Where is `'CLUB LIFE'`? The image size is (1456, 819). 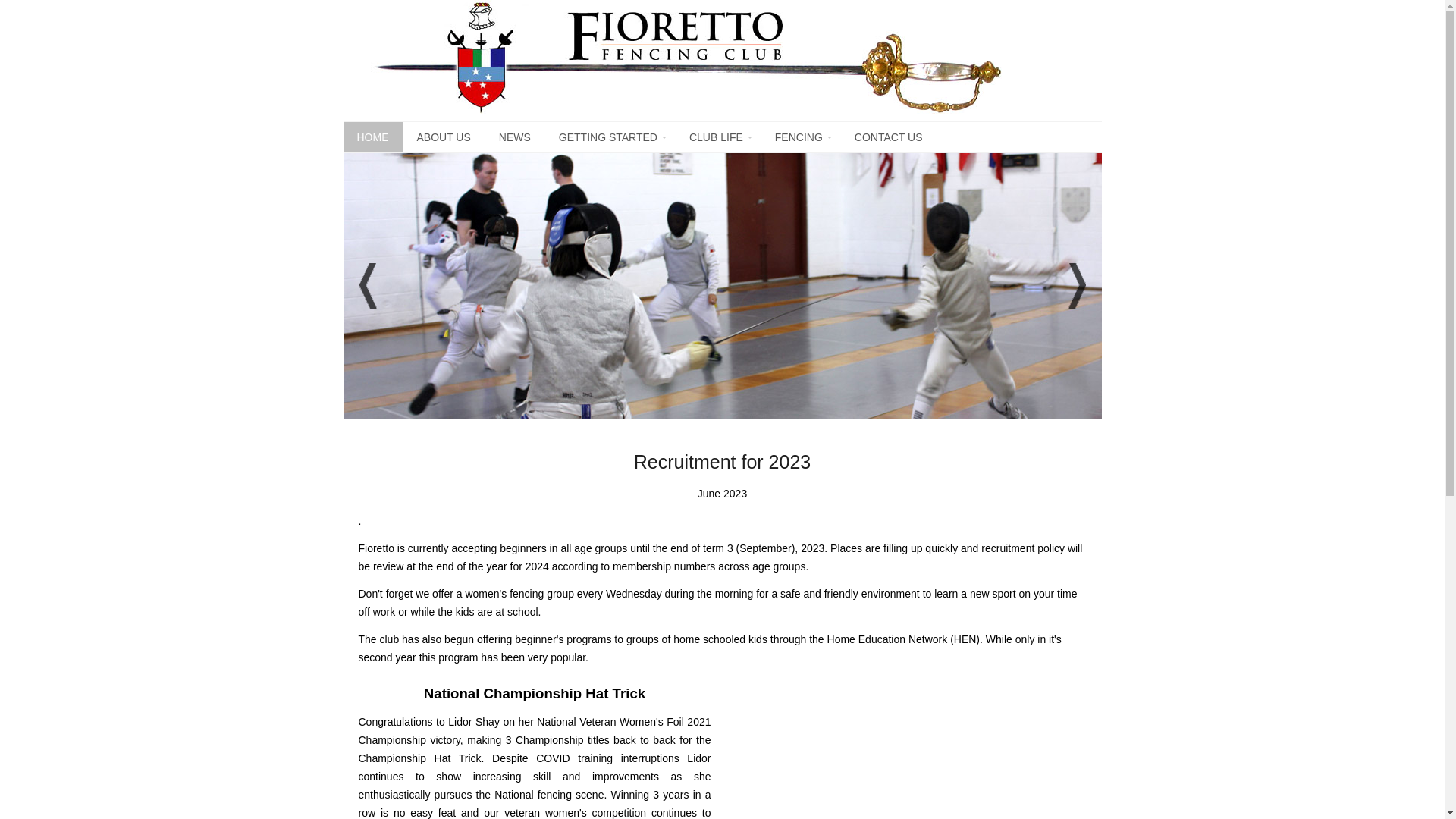
'CLUB LIFE' is located at coordinates (675, 137).